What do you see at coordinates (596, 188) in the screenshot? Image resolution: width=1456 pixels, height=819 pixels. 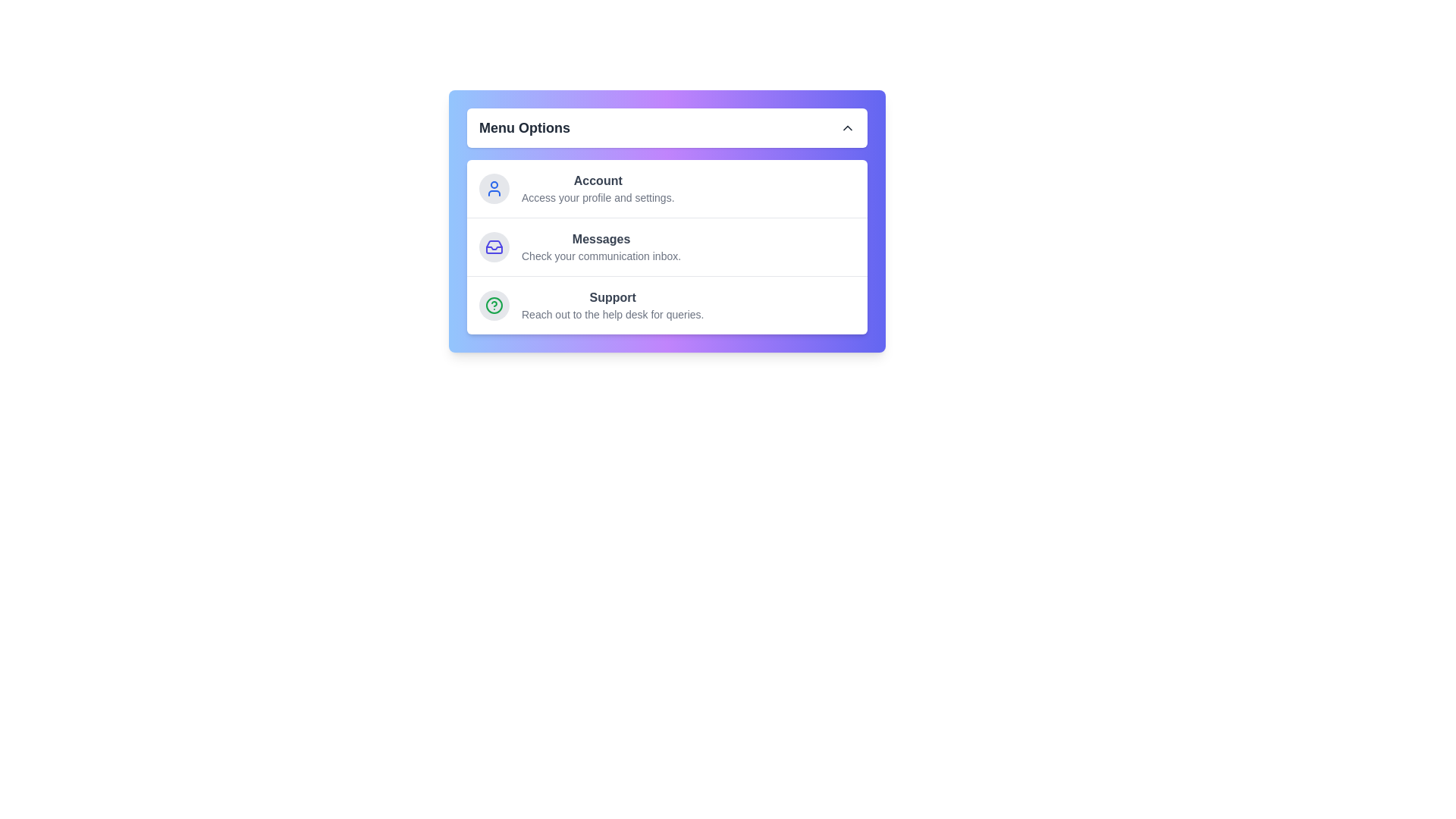 I see `the 'Account' menu item to access its details` at bounding box center [596, 188].